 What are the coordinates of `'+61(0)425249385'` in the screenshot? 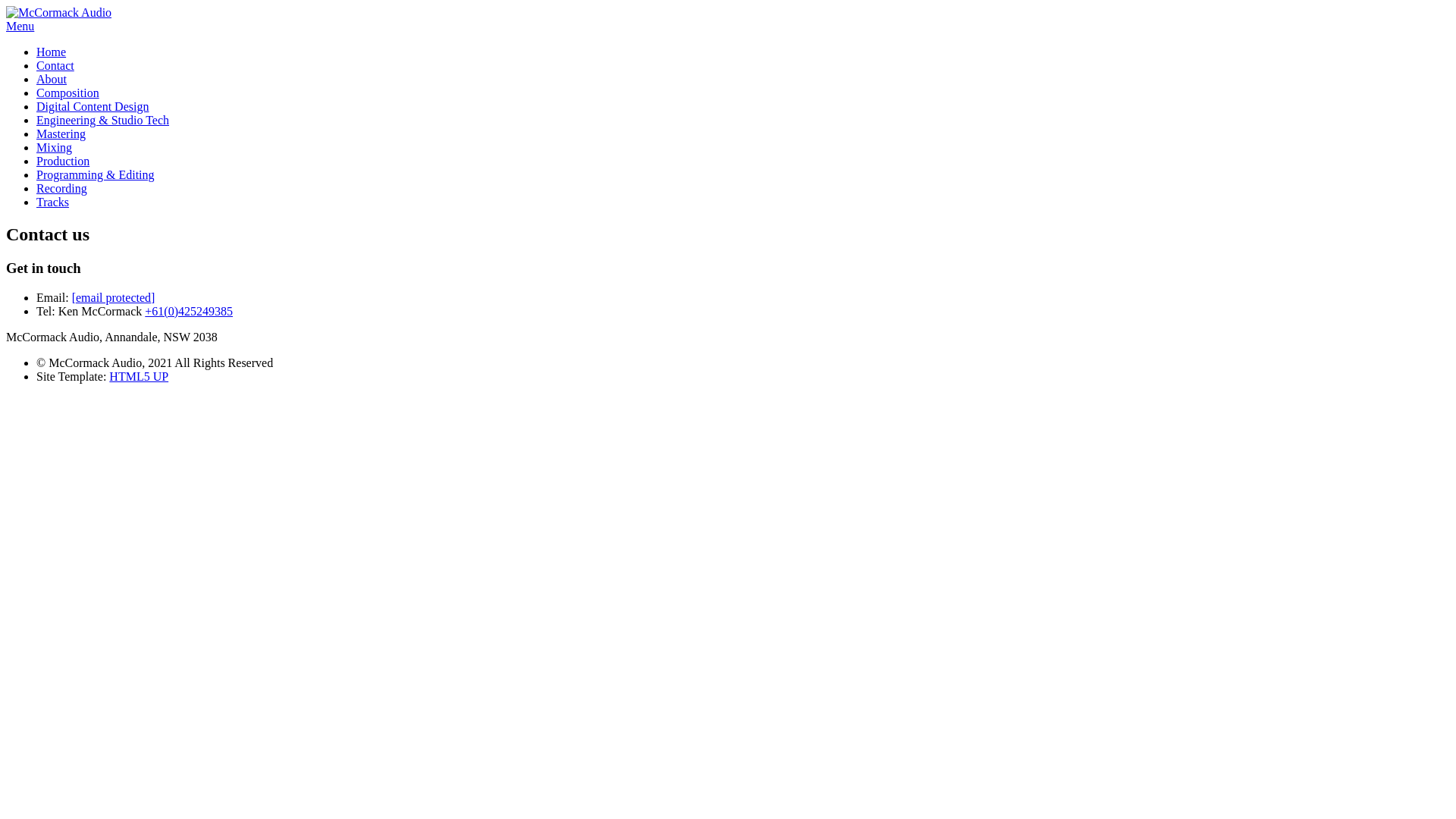 It's located at (188, 310).